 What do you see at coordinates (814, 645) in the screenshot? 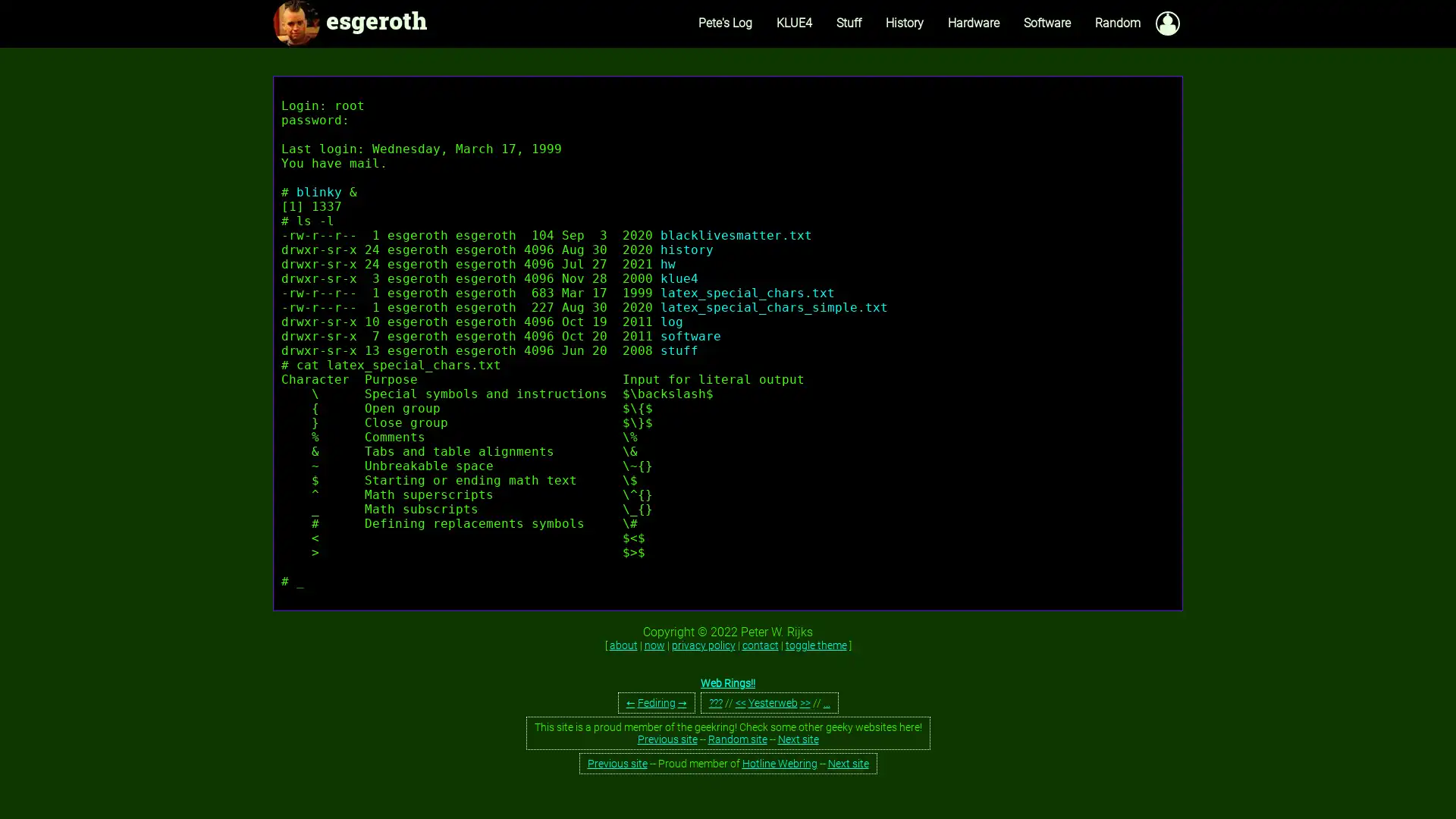
I see `toggle theme` at bounding box center [814, 645].